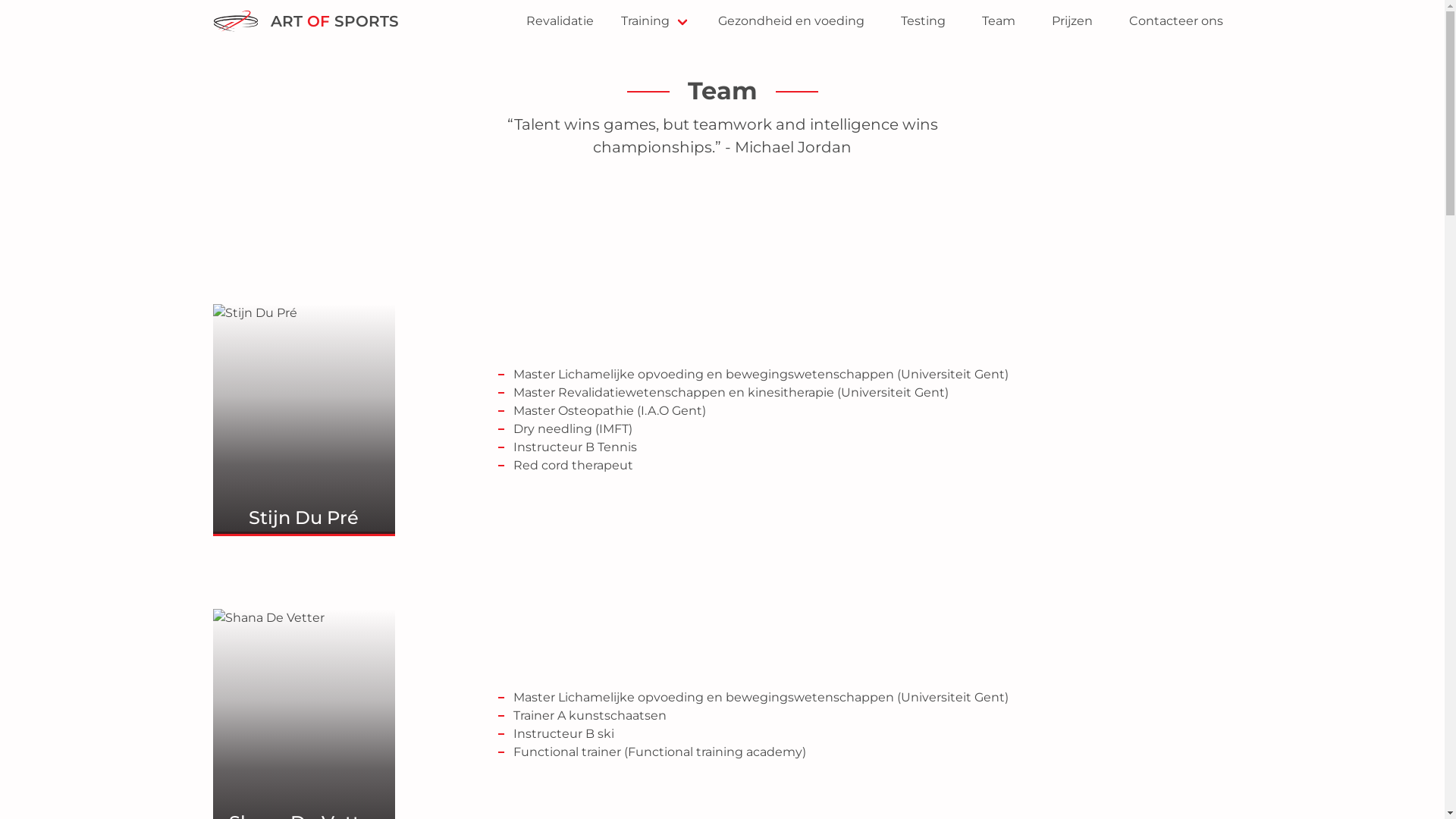 This screenshot has width=1456, height=819. I want to click on 'Gezondheid en voeding', so click(789, 20).